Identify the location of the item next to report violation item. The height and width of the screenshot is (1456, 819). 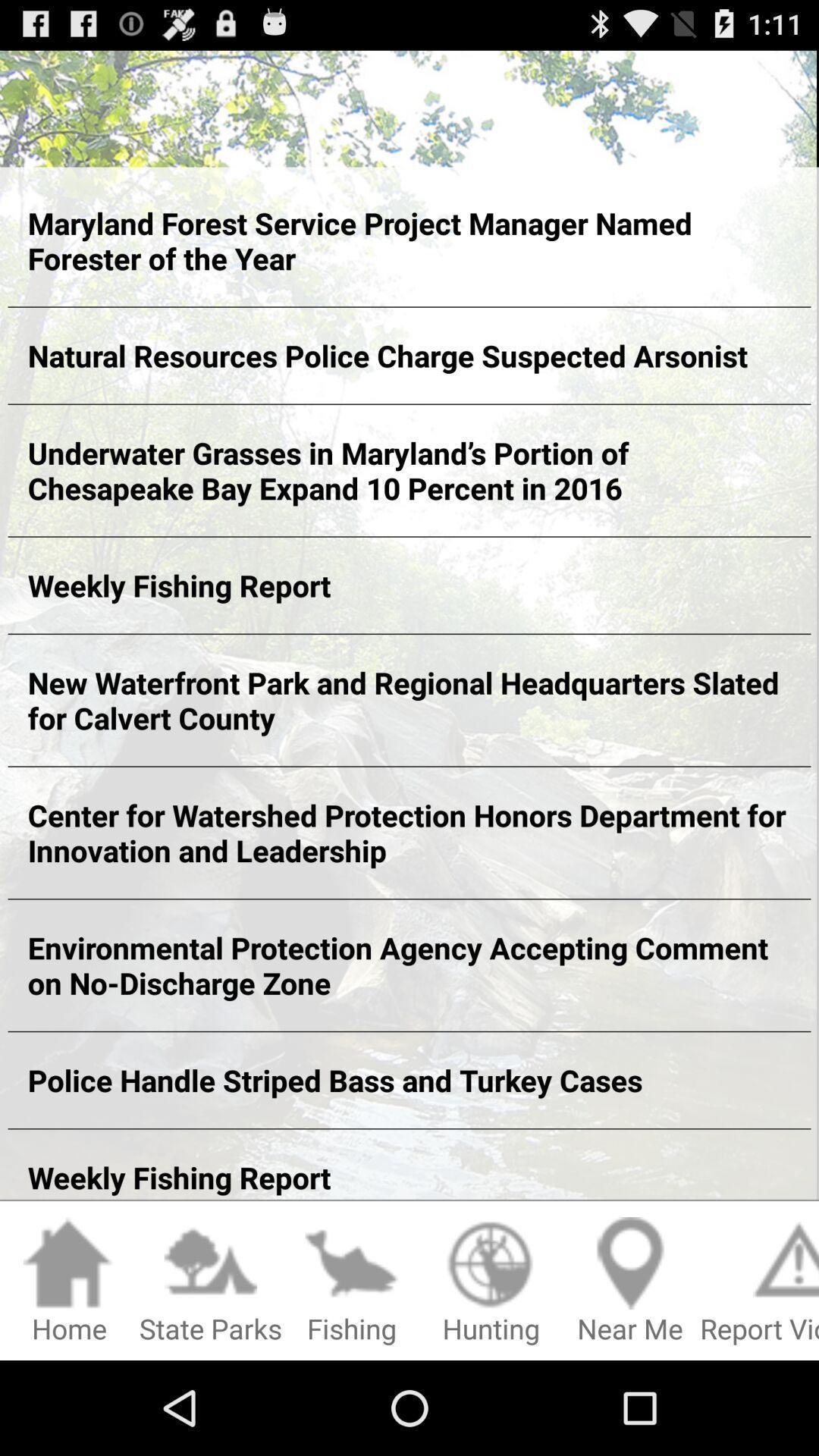
(630, 1281).